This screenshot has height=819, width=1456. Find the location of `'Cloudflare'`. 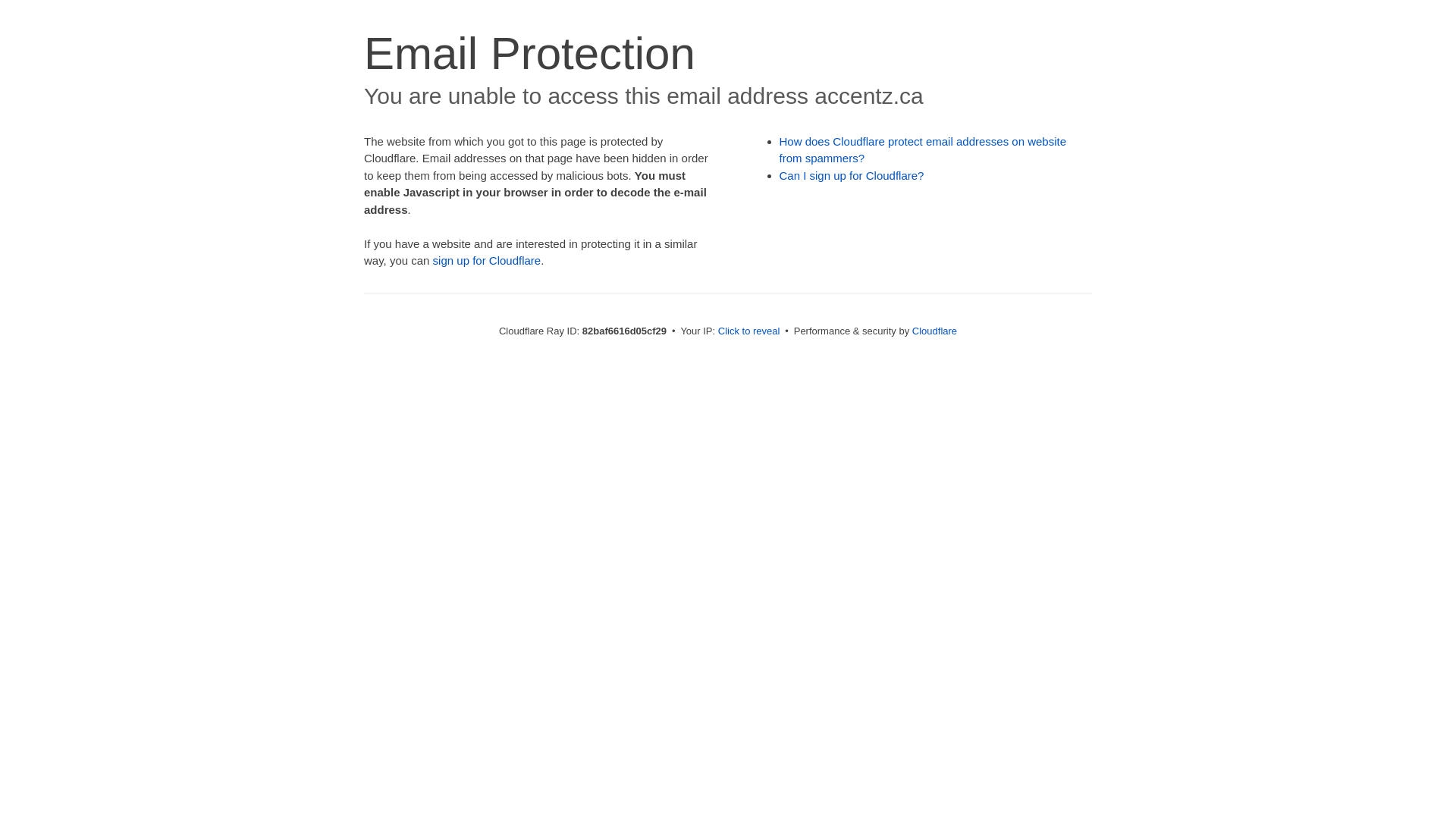

'Cloudflare' is located at coordinates (934, 330).